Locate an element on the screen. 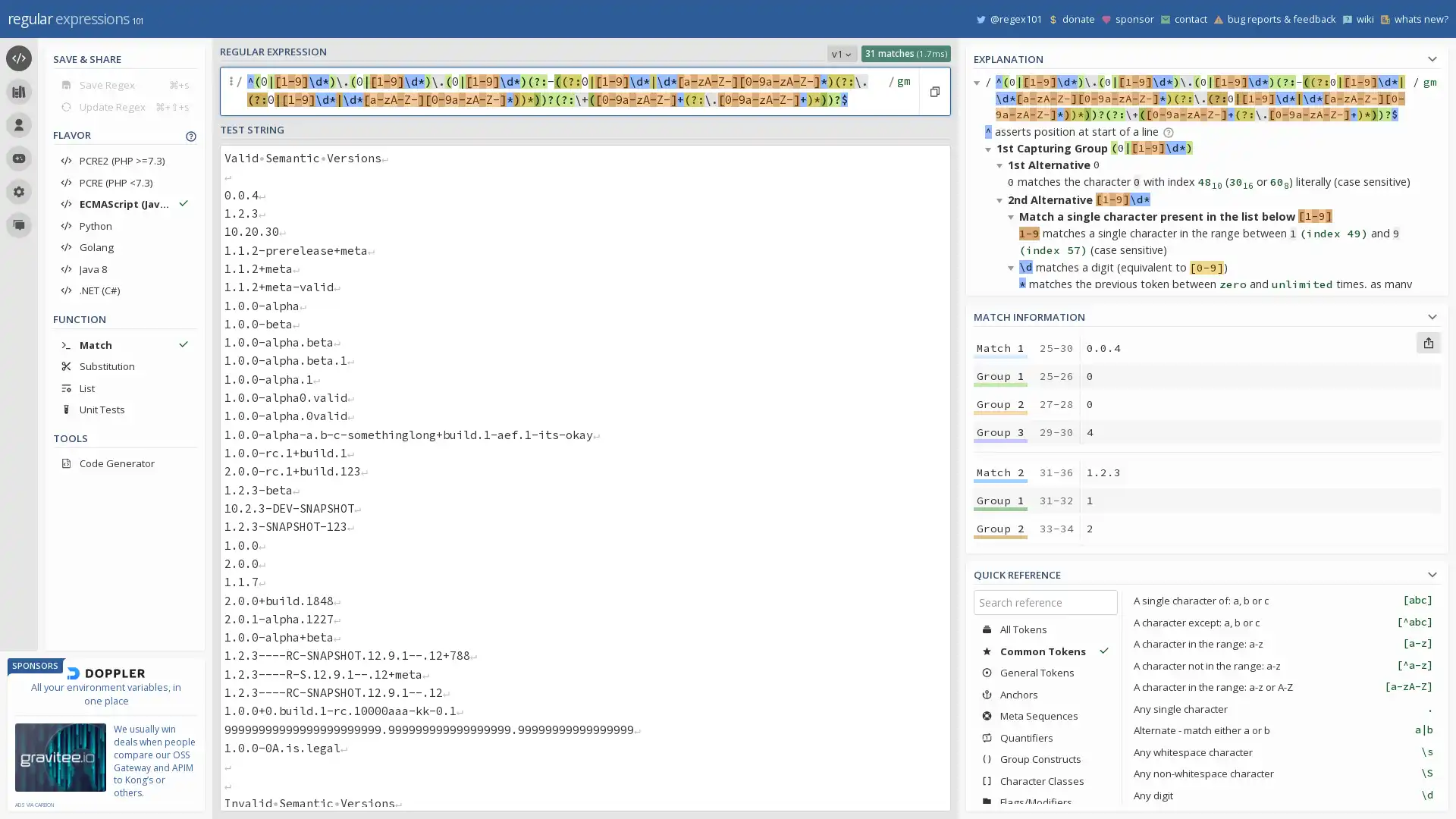 The height and width of the screenshot is (819, 1456). Group Constructs is located at coordinates (1044, 759).